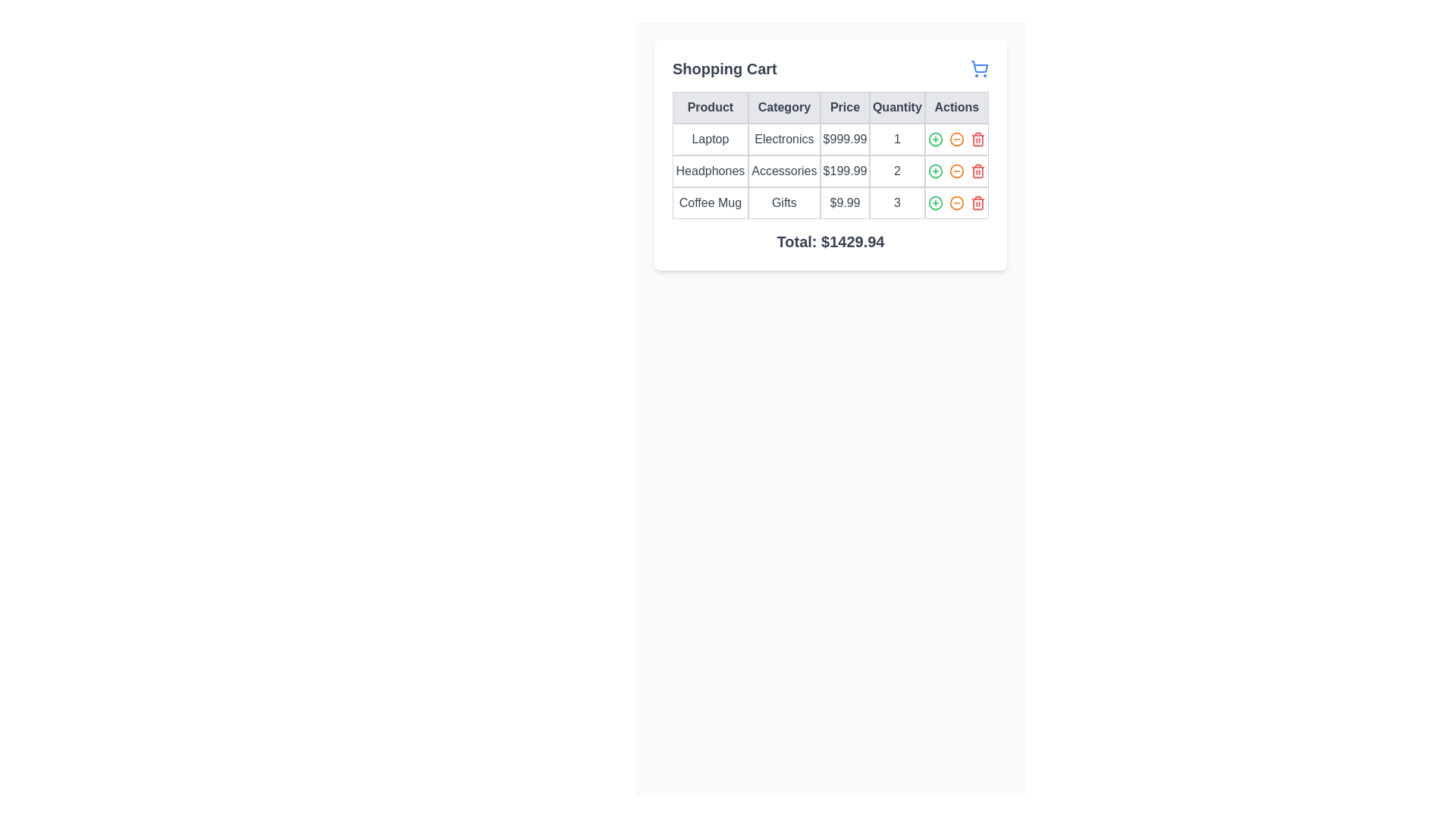 This screenshot has height=819, width=1456. I want to click on the 'Shopping Cart' text label, which is styled in bold and located in the upper left corner of the shopping cart section, so click(723, 69).